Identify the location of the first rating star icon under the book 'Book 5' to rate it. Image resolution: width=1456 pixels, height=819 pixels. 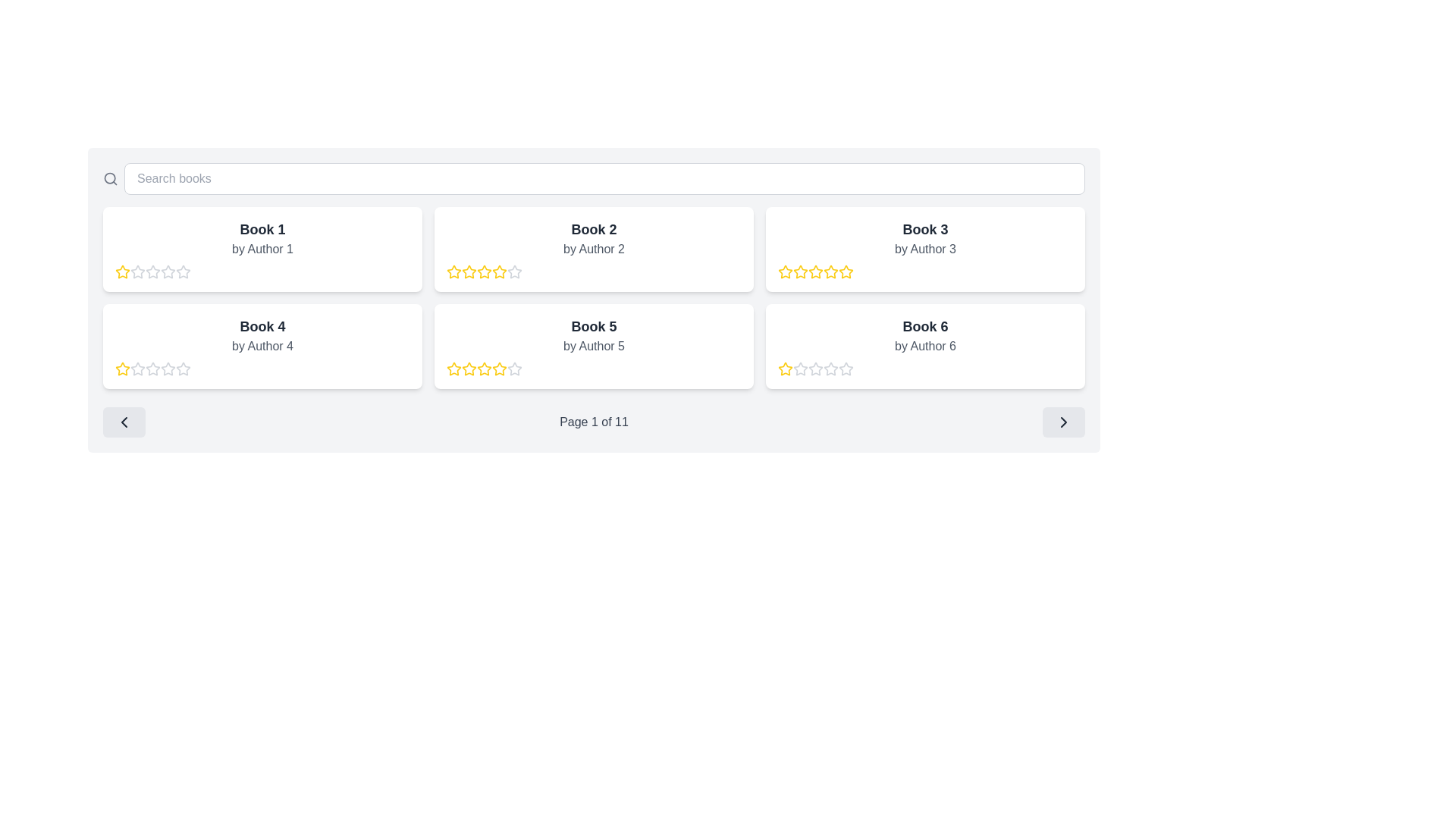
(453, 369).